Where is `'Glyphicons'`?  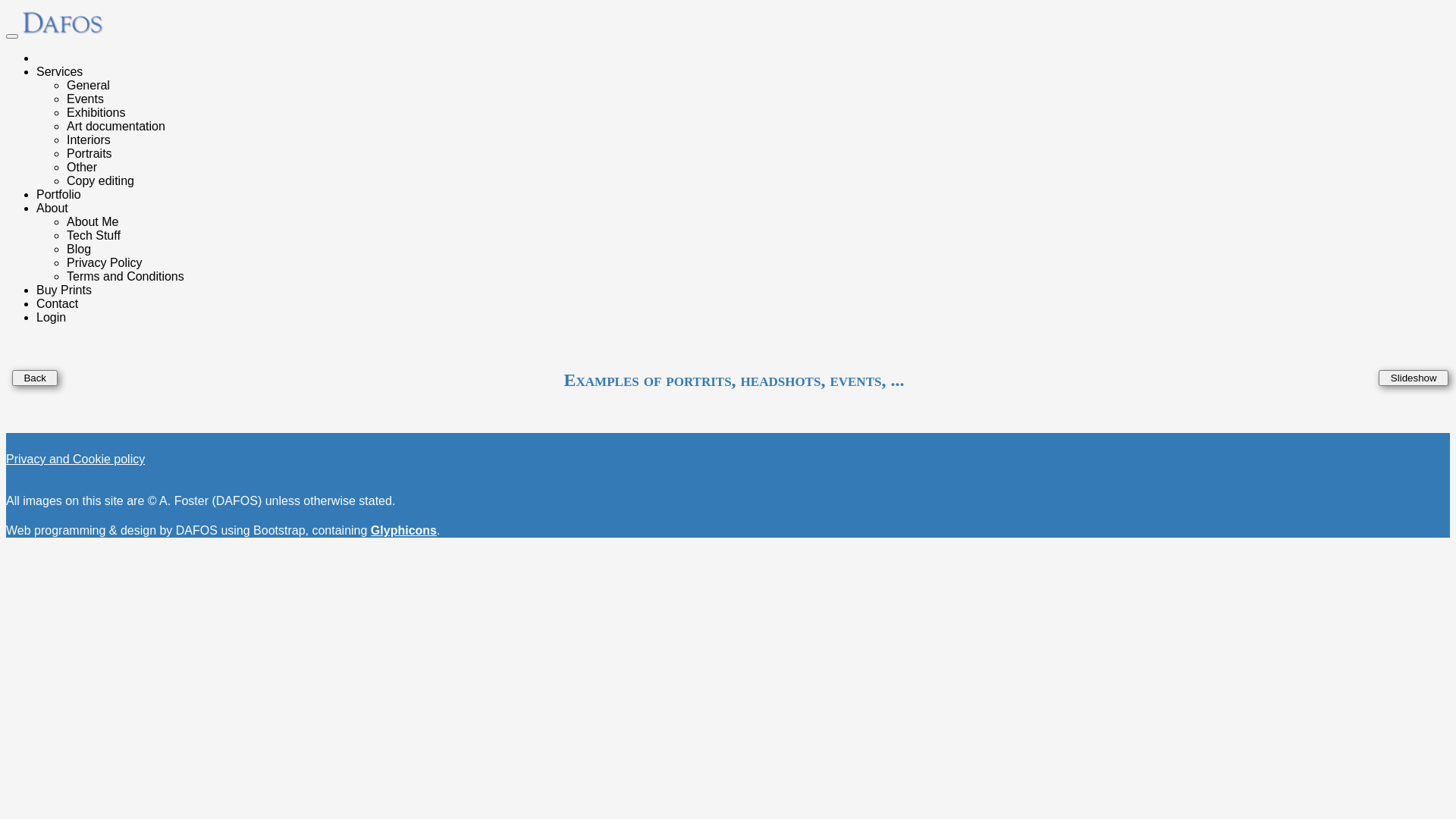
'Glyphicons' is located at coordinates (403, 529).